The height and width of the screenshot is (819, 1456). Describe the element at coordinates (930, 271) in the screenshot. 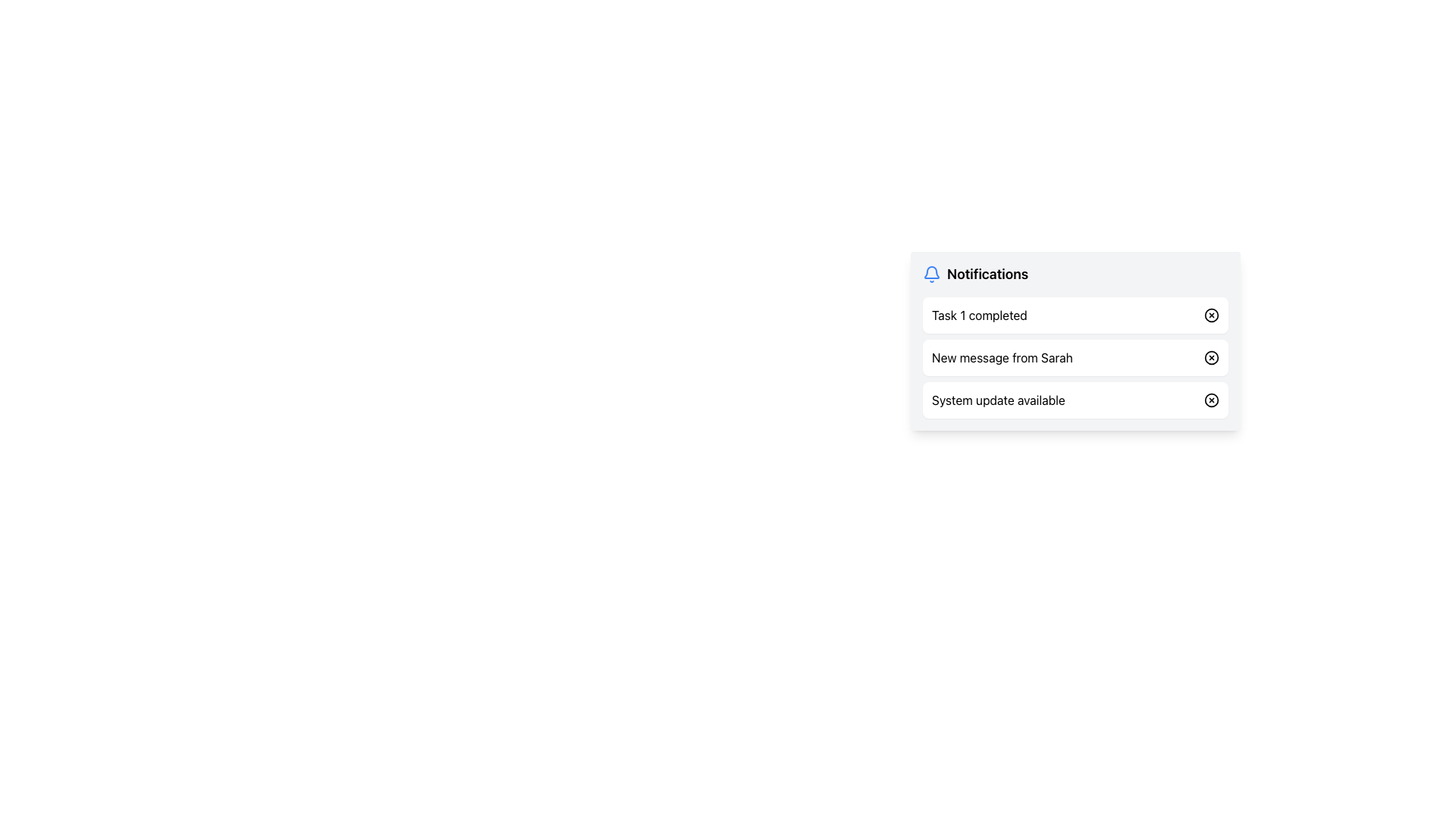

I see `the blue outlined arc-like graphical icon resembling the upper part of a bell, located to the left of the 'Notifications' heading in the notification area` at that location.